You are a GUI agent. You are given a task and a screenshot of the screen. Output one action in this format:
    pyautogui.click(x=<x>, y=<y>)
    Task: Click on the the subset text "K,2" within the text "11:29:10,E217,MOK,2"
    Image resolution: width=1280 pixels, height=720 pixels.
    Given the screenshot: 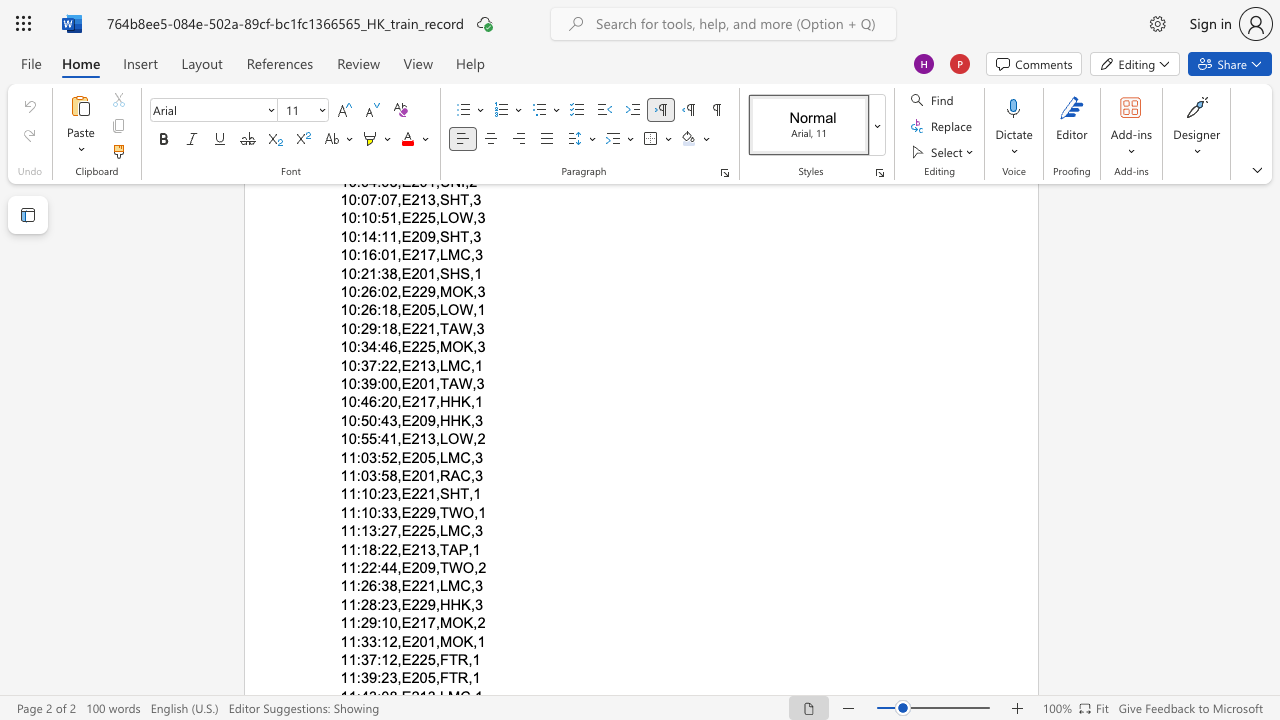 What is the action you would take?
    pyautogui.click(x=462, y=622)
    